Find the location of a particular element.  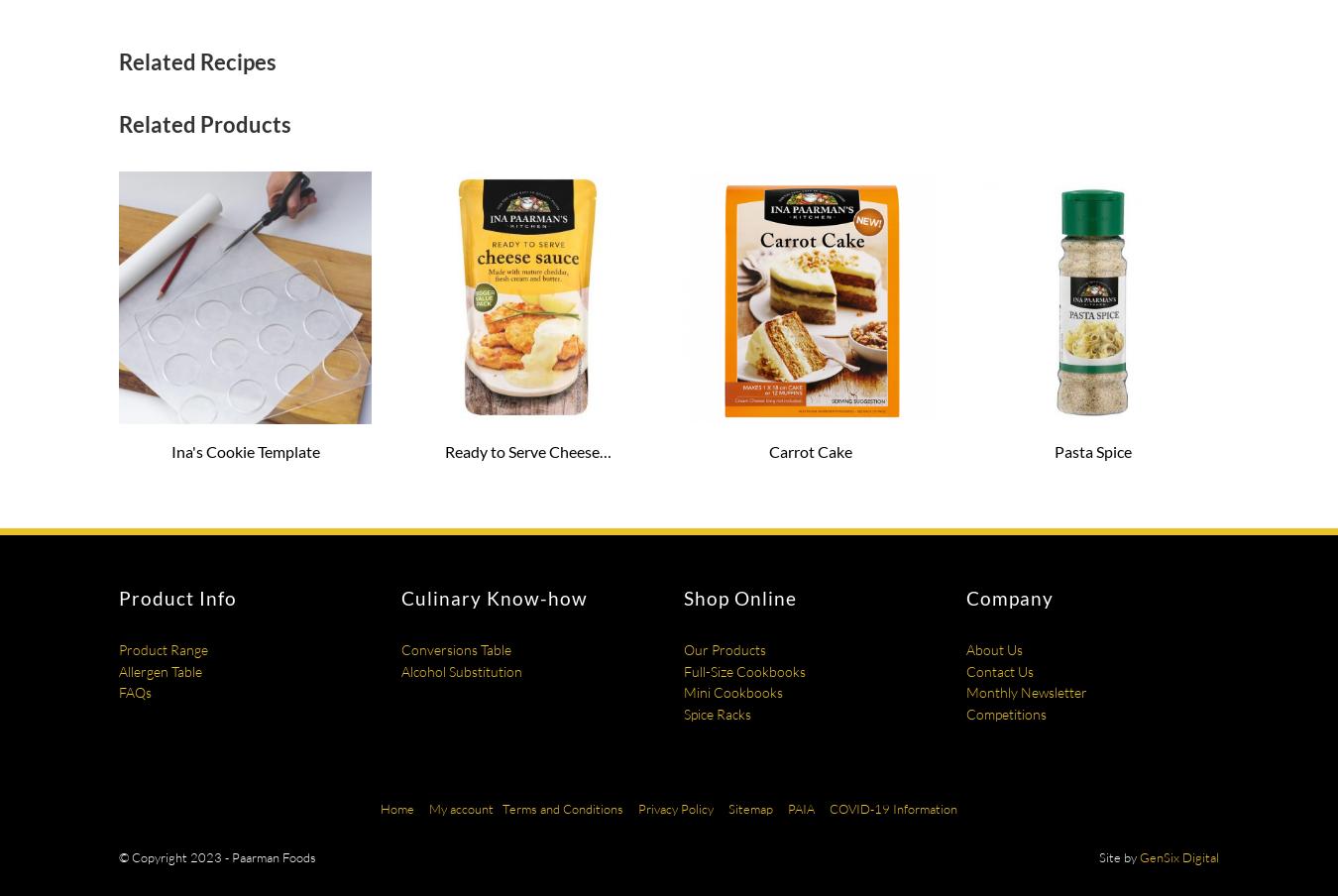

'Shop Online' is located at coordinates (738, 597).